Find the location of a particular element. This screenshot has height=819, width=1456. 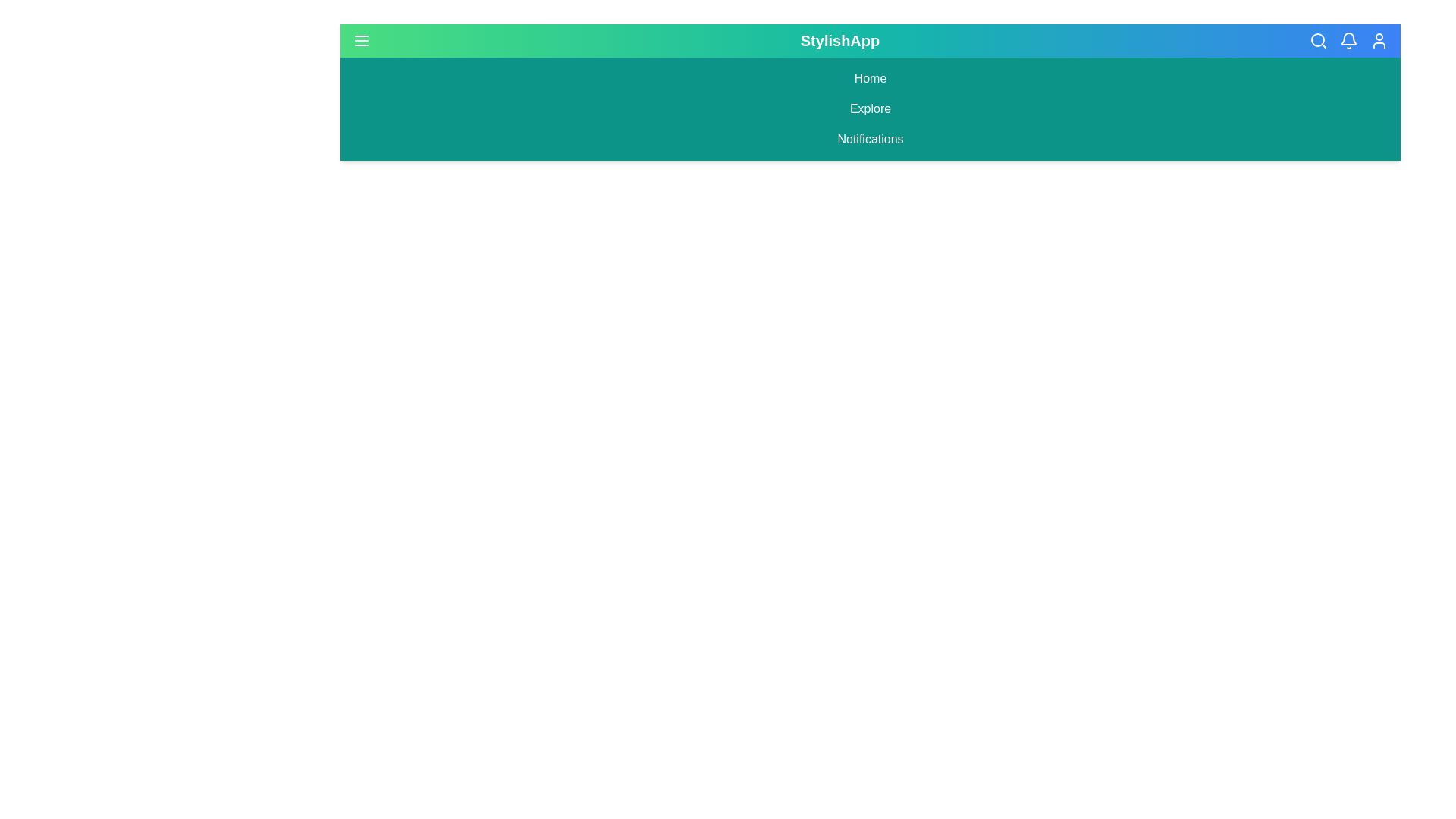

the navigation link Notifications is located at coordinates (870, 140).